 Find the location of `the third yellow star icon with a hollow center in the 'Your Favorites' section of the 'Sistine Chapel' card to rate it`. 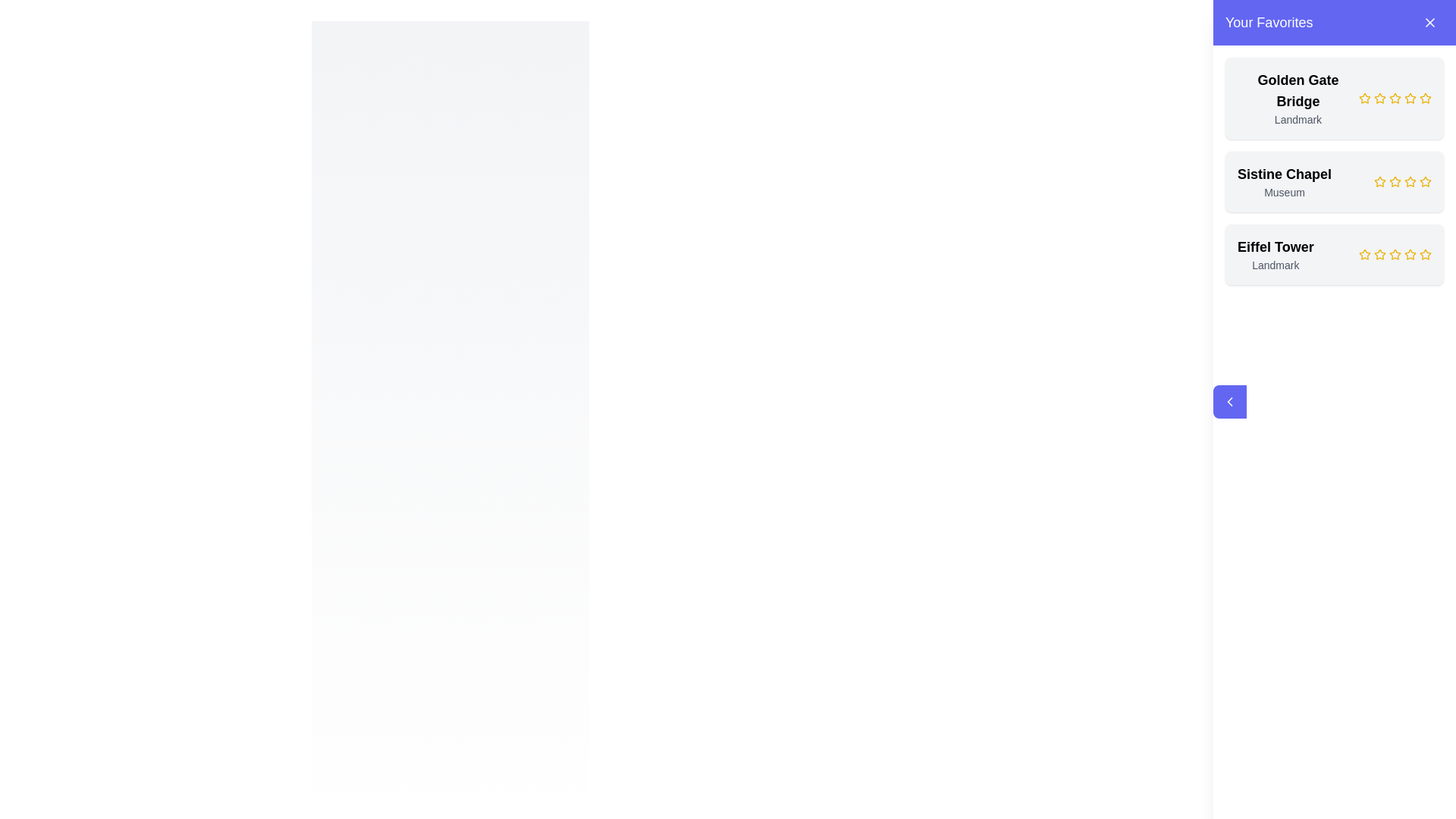

the third yellow star icon with a hollow center in the 'Your Favorites' section of the 'Sistine Chapel' card to rate it is located at coordinates (1395, 180).